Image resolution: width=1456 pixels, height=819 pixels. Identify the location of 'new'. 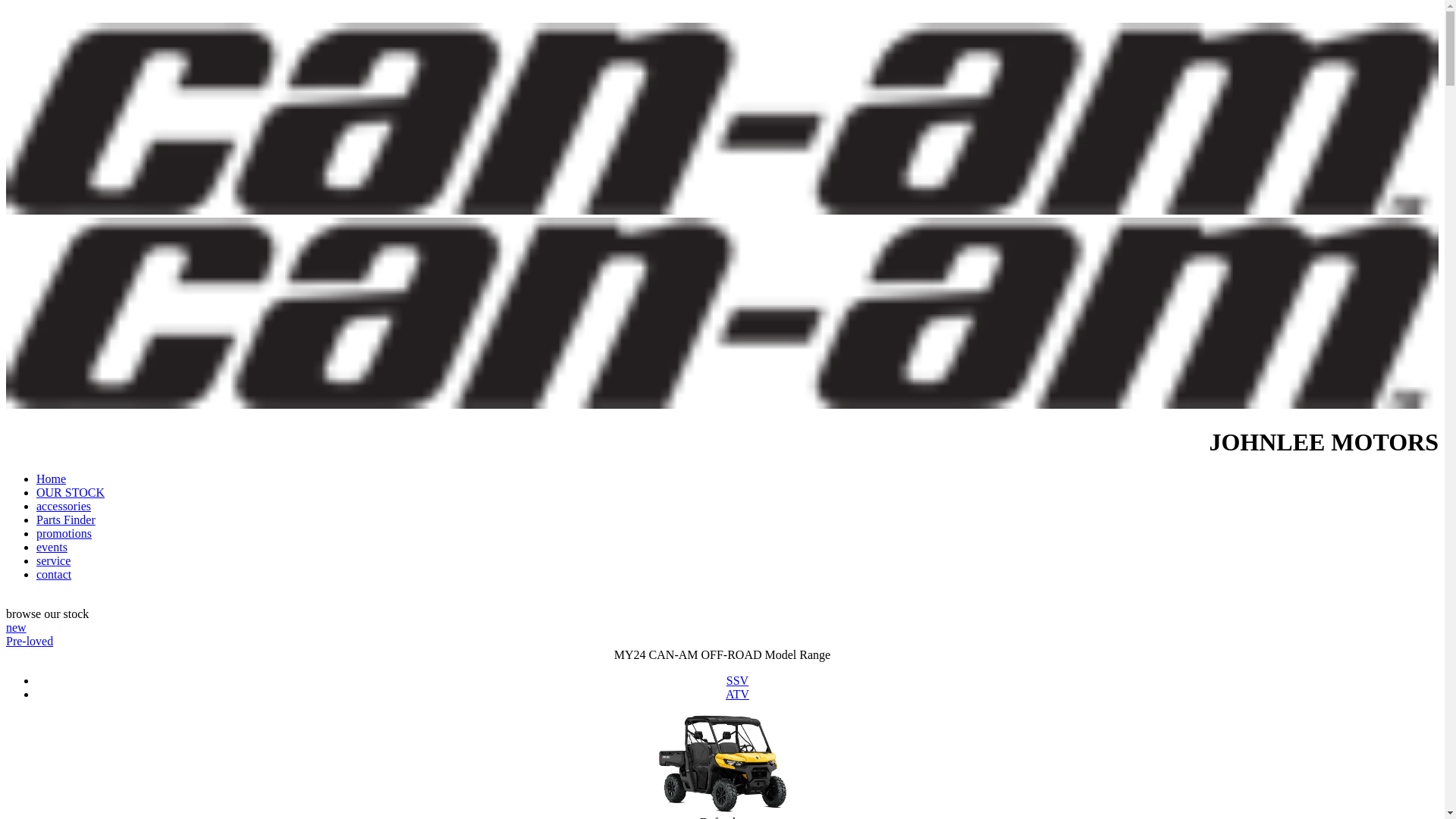
(16, 627).